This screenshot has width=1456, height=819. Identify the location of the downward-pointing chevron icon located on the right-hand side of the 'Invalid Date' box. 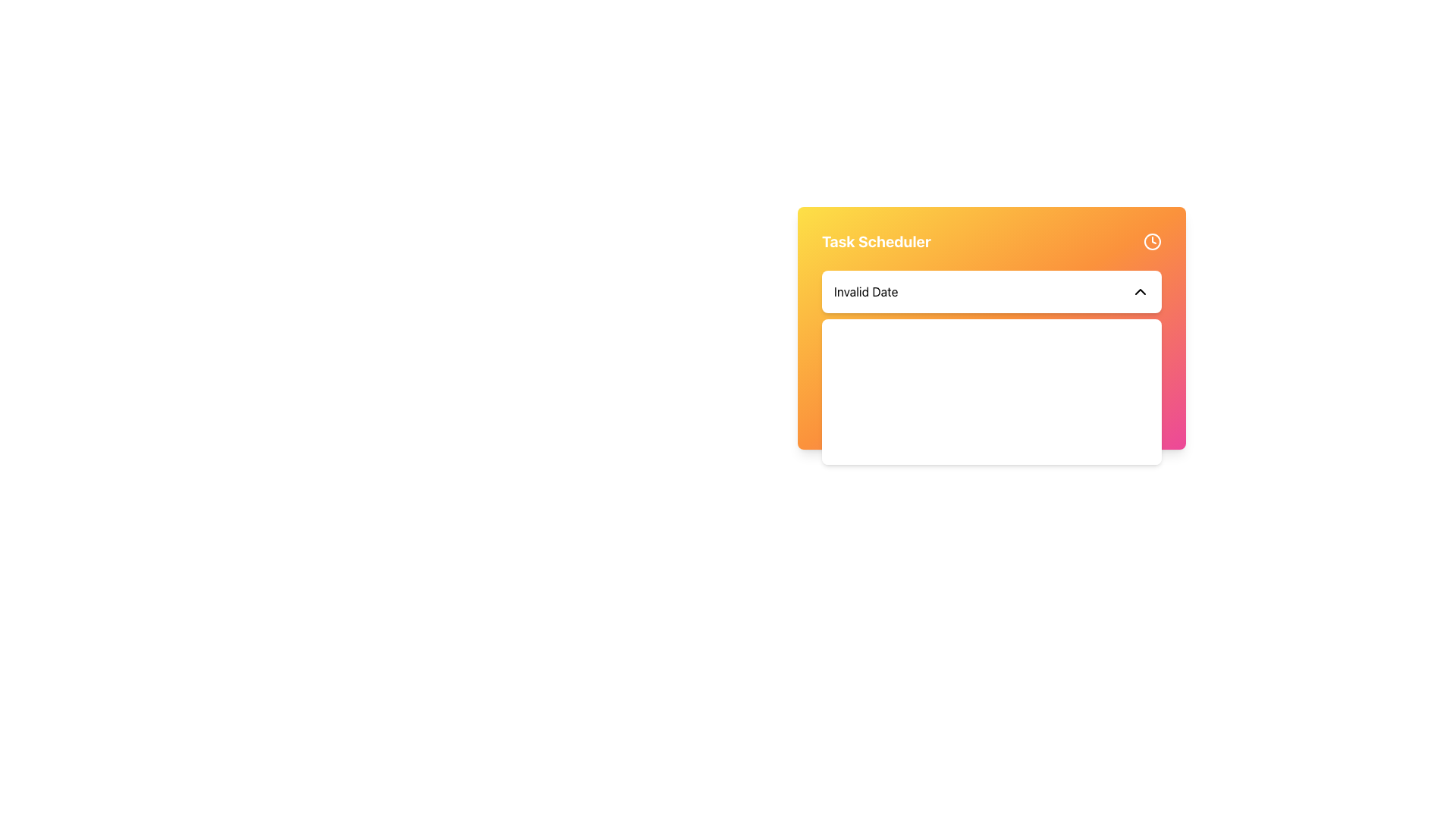
(1140, 292).